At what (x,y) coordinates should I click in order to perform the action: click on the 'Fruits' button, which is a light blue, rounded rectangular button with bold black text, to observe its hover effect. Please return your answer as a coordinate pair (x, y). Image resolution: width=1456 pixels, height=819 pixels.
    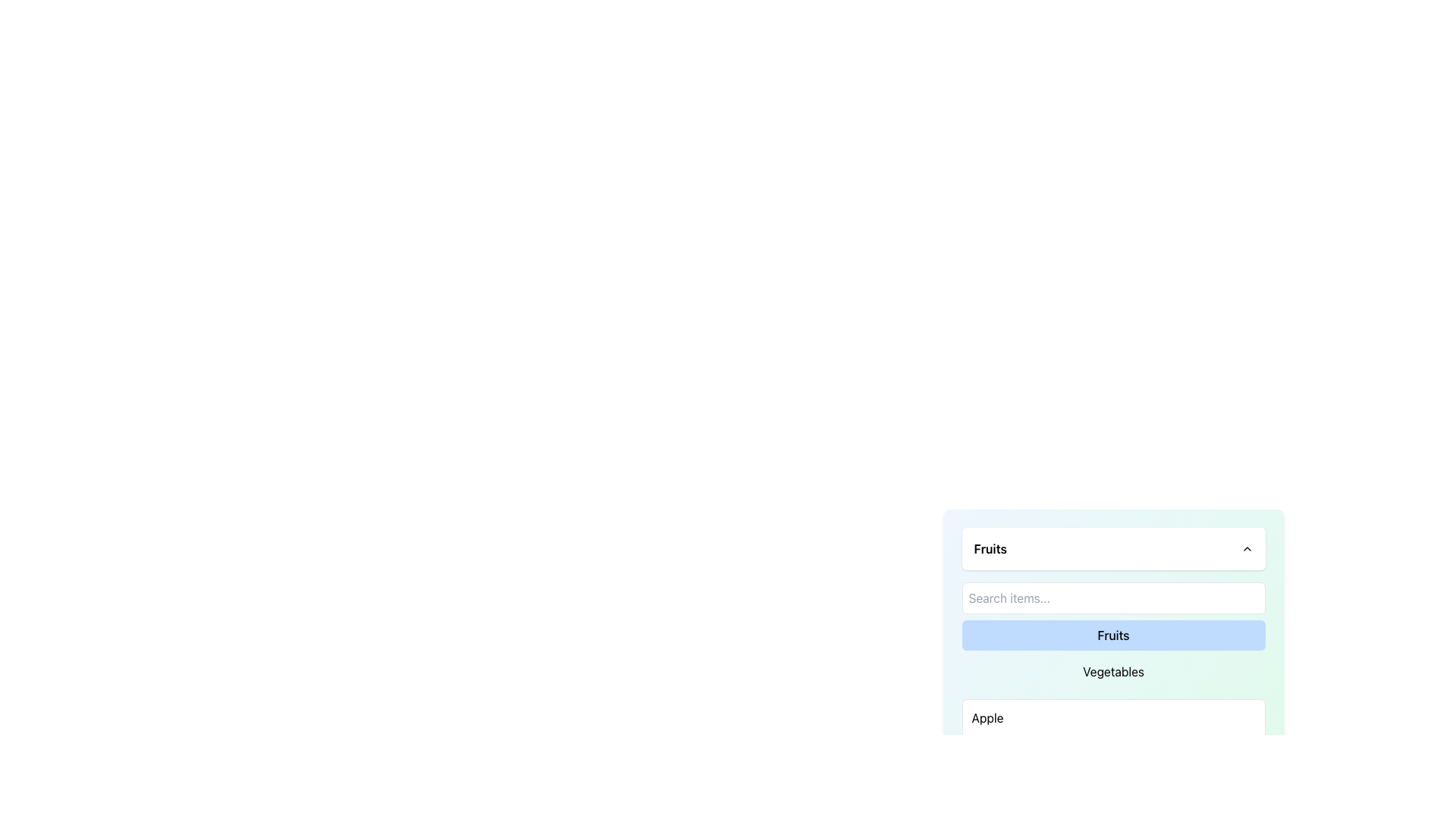
    Looking at the image, I should click on (1113, 635).